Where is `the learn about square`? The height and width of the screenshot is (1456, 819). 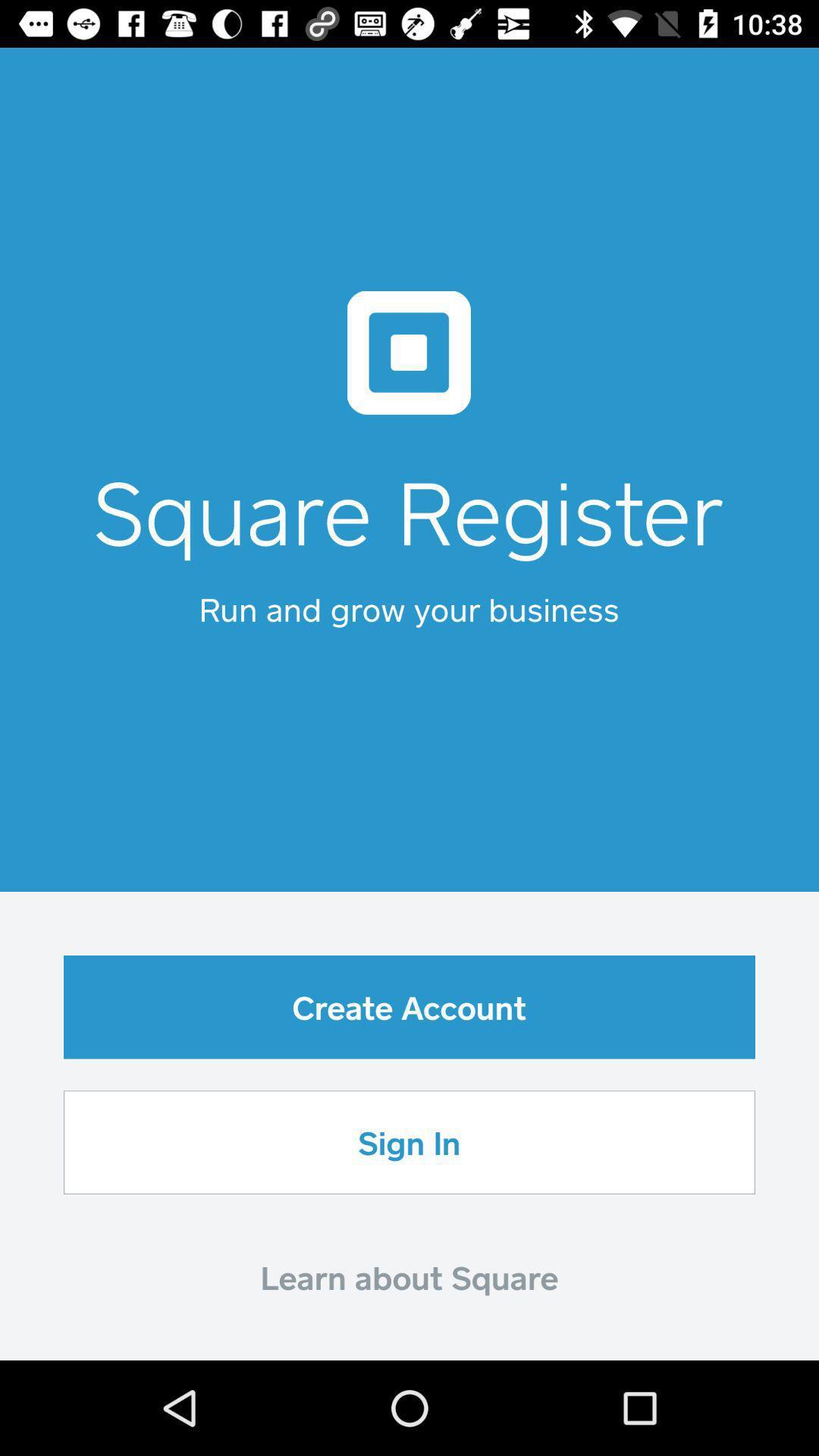
the learn about square is located at coordinates (409, 1276).